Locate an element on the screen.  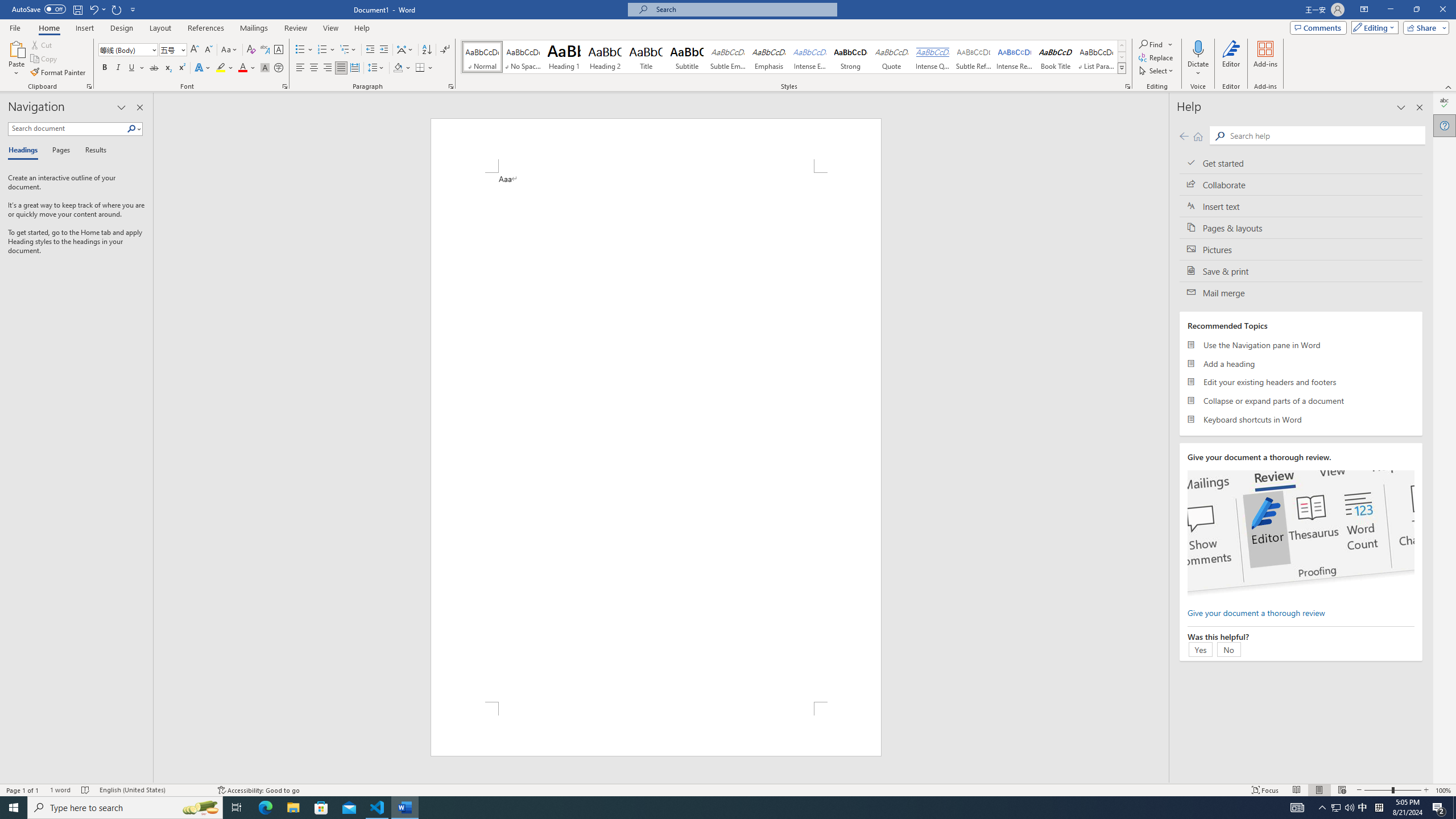
'References' is located at coordinates (206, 28).